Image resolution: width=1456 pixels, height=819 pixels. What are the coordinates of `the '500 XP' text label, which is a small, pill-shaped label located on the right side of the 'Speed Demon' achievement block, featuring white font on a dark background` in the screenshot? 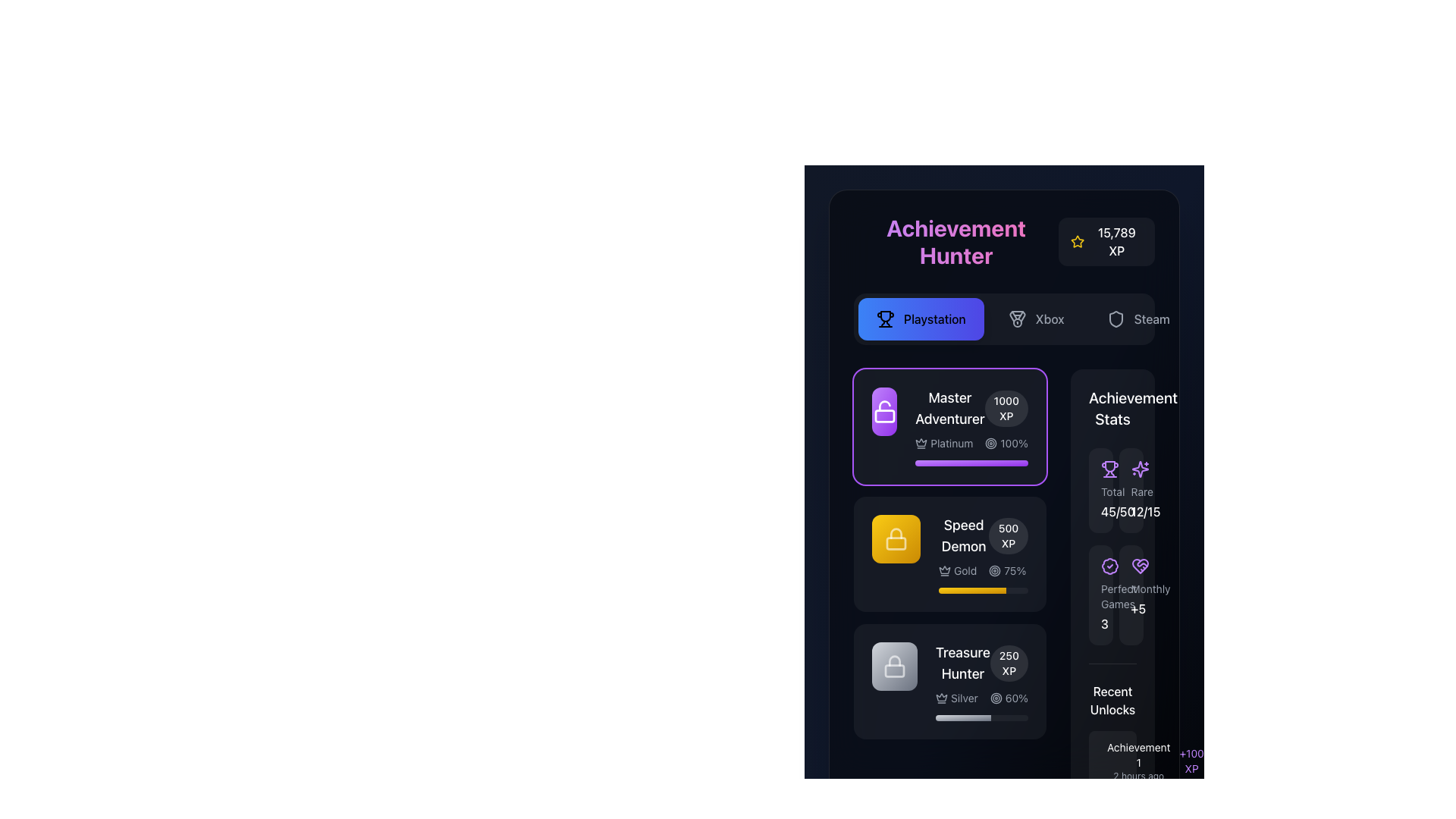 It's located at (1009, 535).